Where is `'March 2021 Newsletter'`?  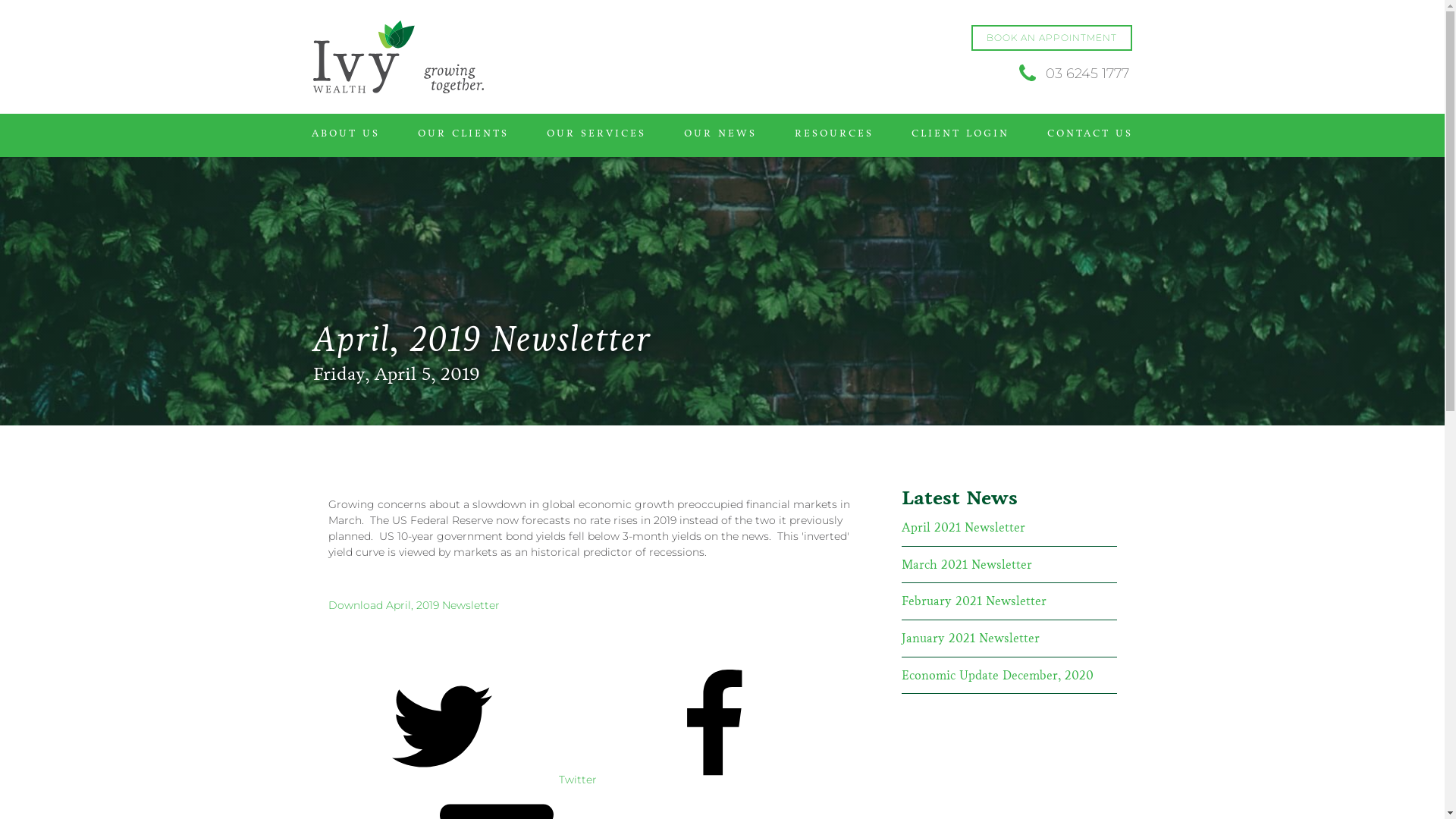
'March 2021 Newsletter' is located at coordinates (901, 564).